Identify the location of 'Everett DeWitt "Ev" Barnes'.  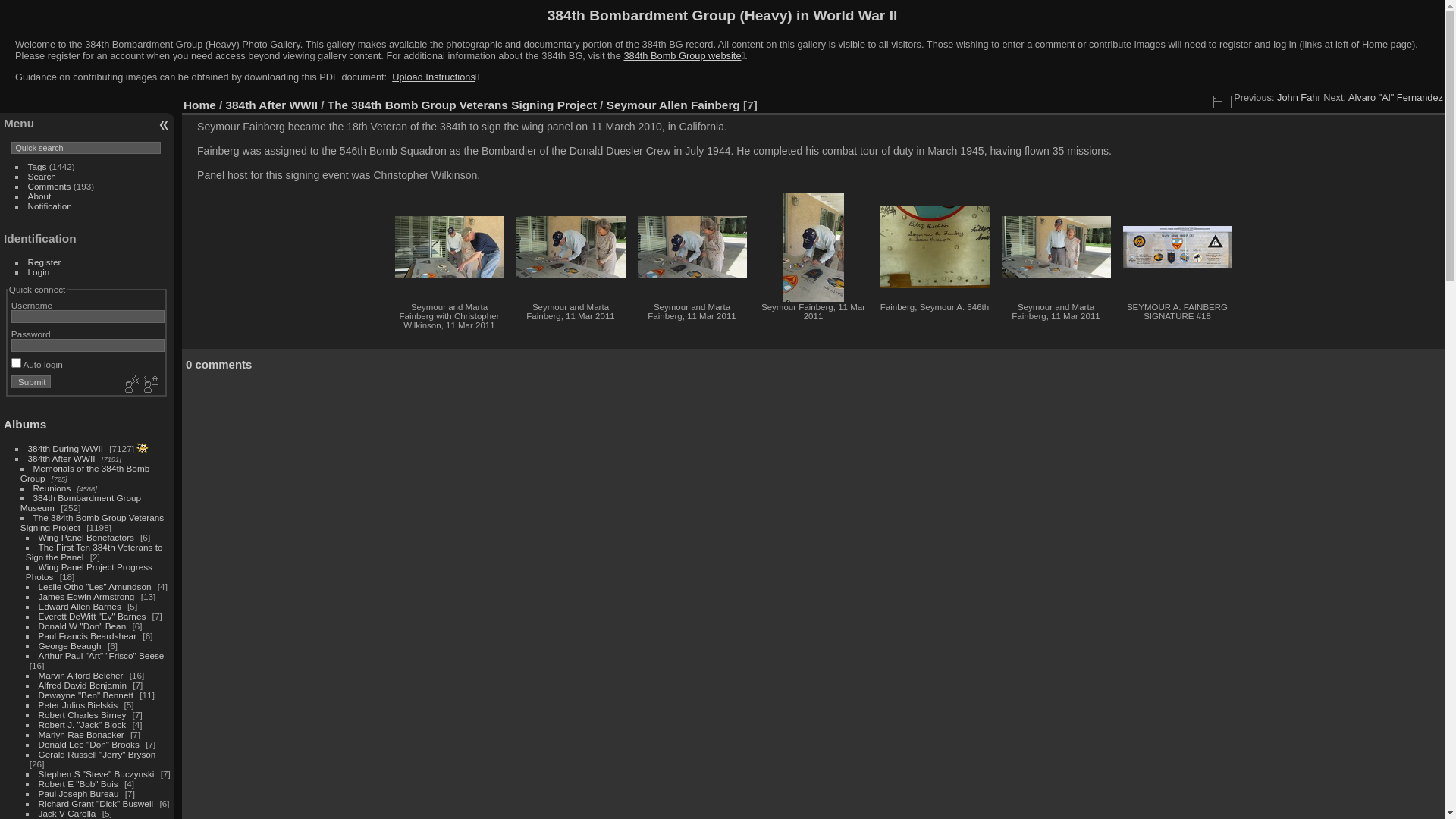
(91, 616).